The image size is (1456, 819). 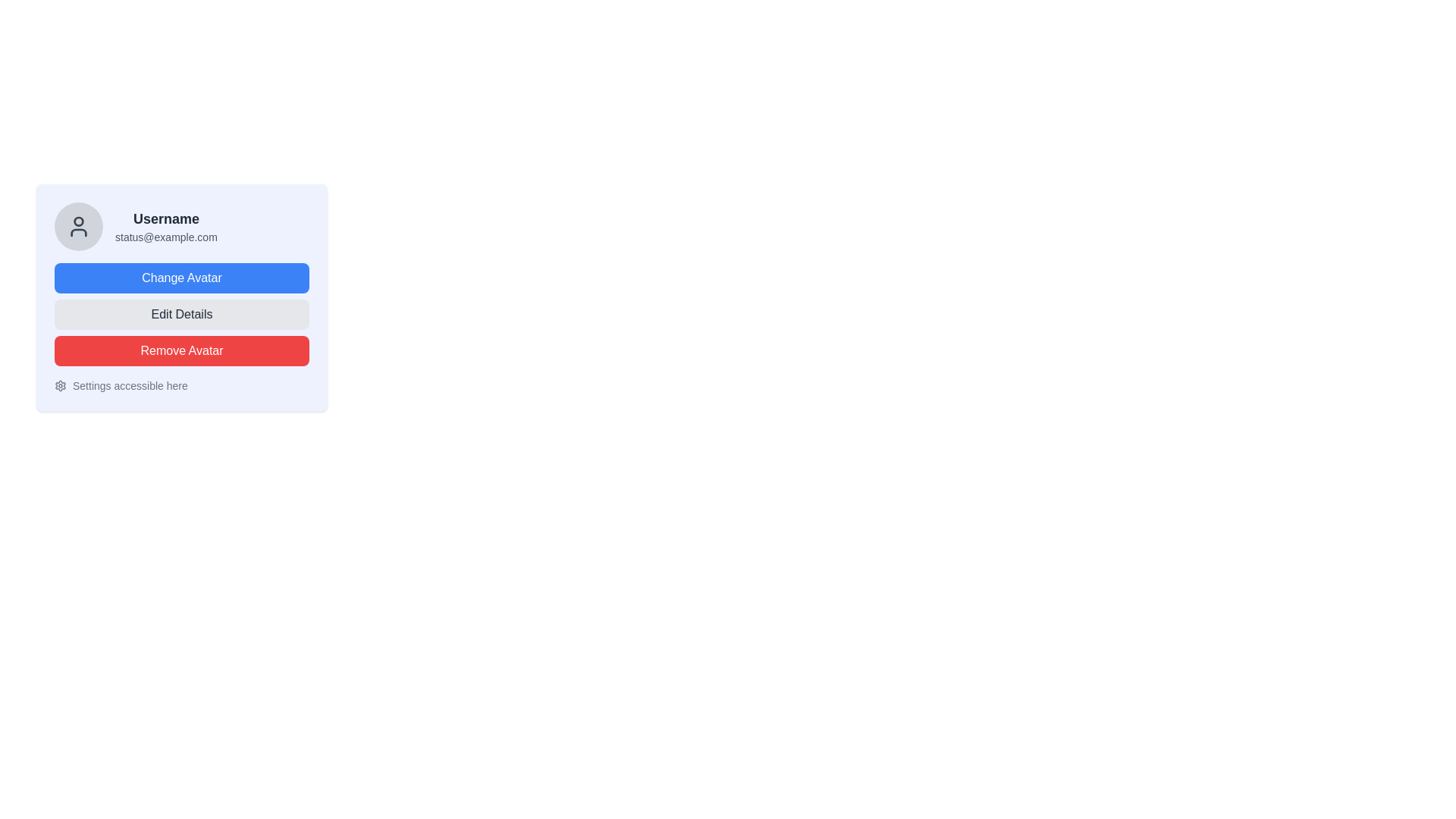 What do you see at coordinates (166, 219) in the screenshot?
I see `the username text label displayed at the top of the profile card, which serves as an identifier for the user` at bounding box center [166, 219].